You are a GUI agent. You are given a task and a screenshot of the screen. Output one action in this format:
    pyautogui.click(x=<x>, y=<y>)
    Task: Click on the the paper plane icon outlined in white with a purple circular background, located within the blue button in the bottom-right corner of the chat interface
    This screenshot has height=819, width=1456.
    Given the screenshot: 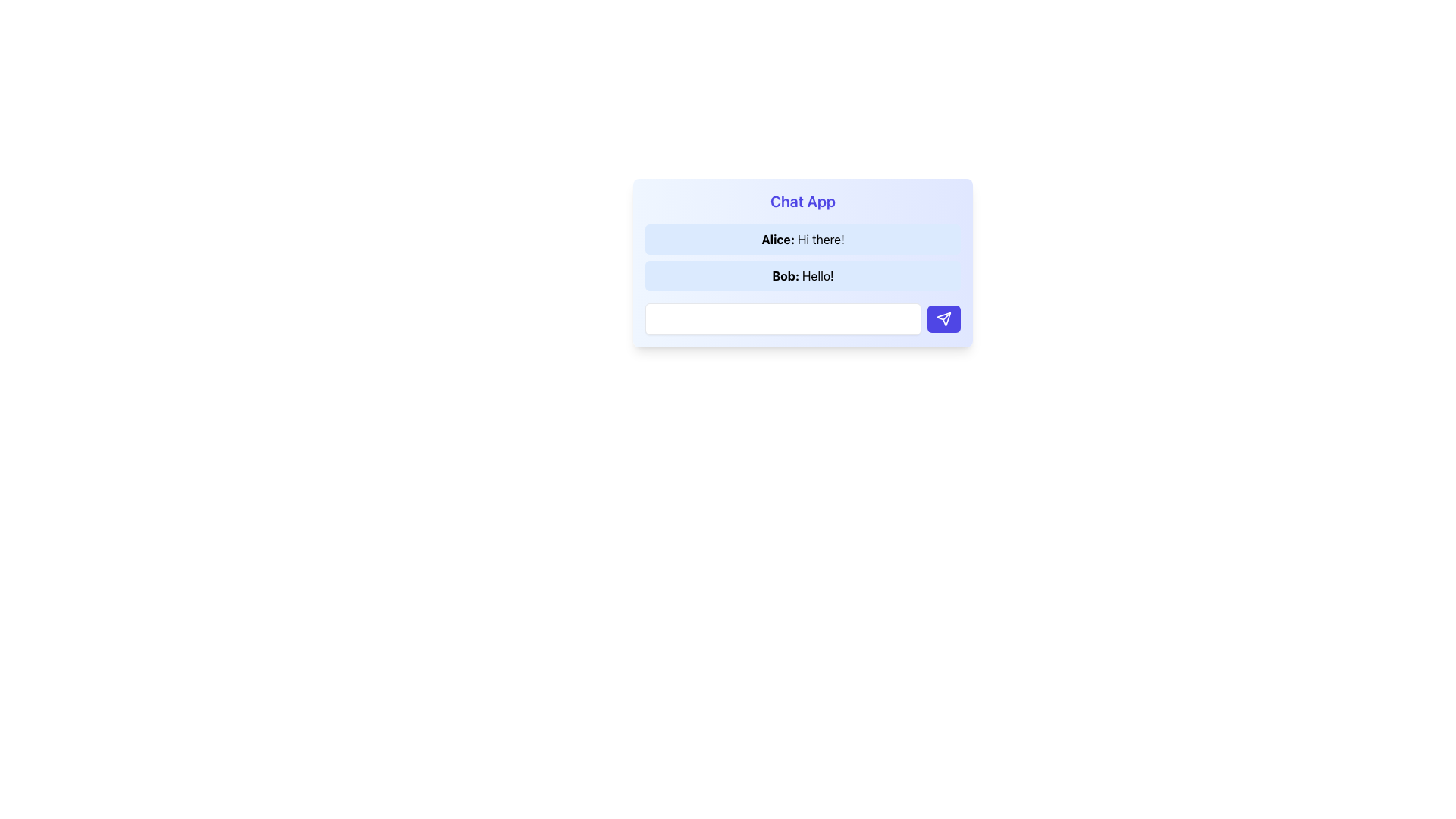 What is the action you would take?
    pyautogui.click(x=943, y=318)
    